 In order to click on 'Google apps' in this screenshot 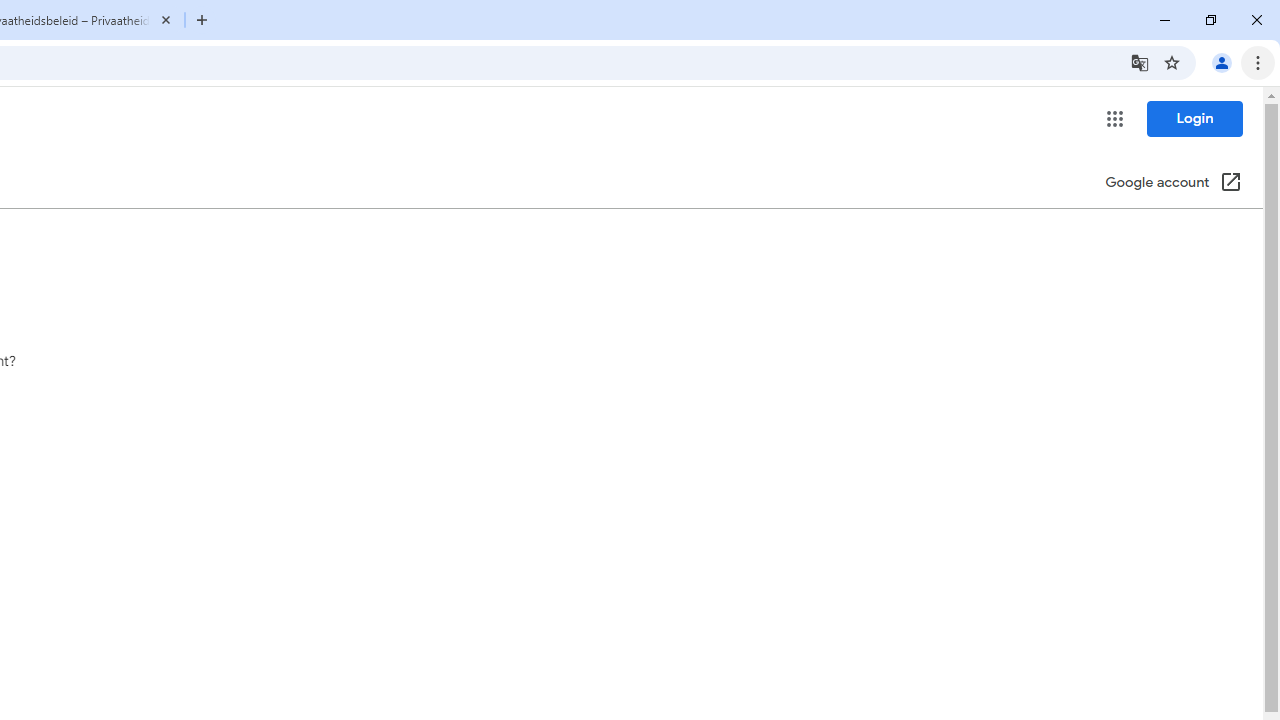, I will do `click(1113, 119)`.